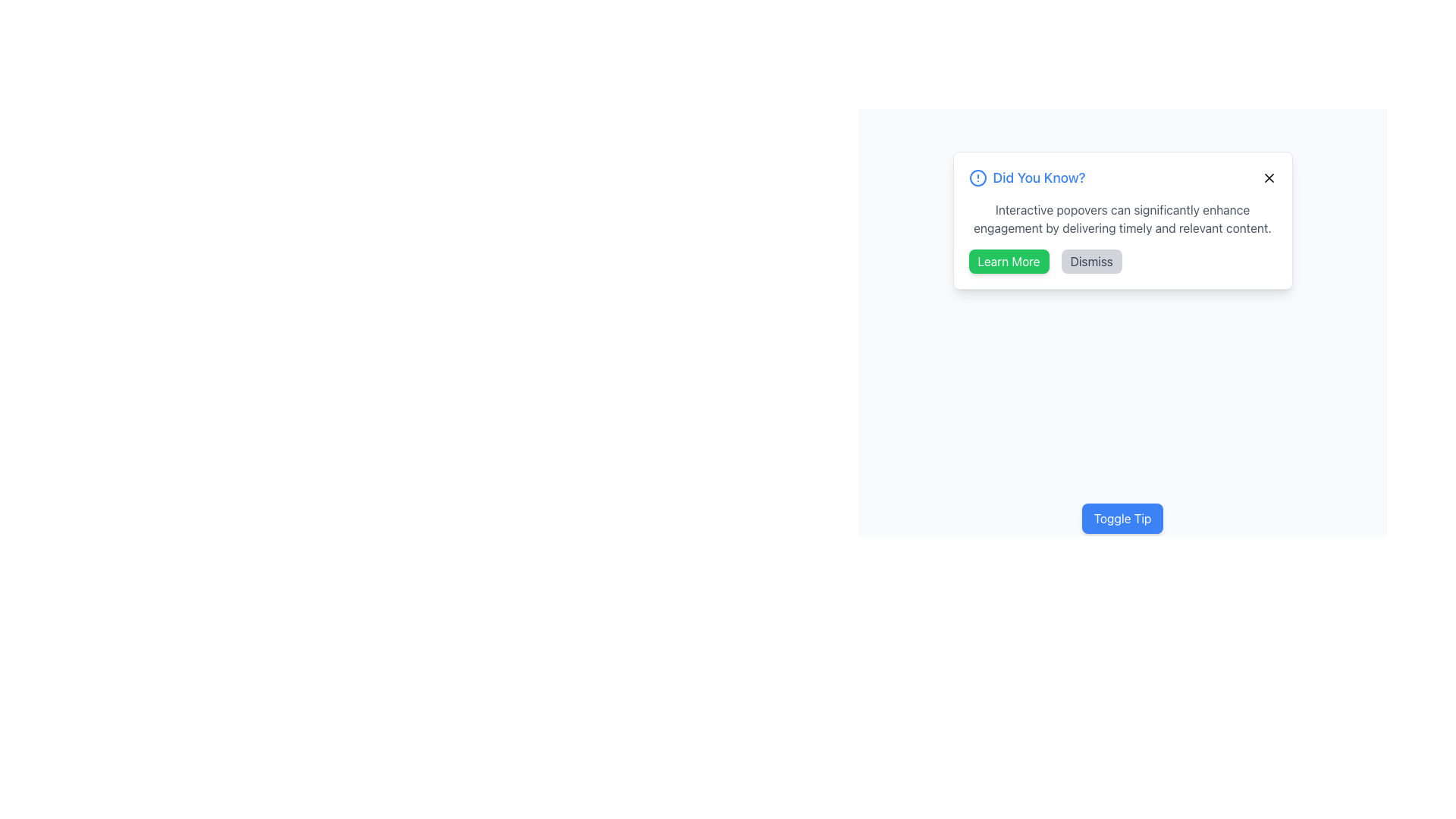 The image size is (1456, 819). Describe the element at coordinates (977, 177) in the screenshot. I see `the blue circular icon with an exclamation mark, which is located at the top-left corner of the notification box` at that location.